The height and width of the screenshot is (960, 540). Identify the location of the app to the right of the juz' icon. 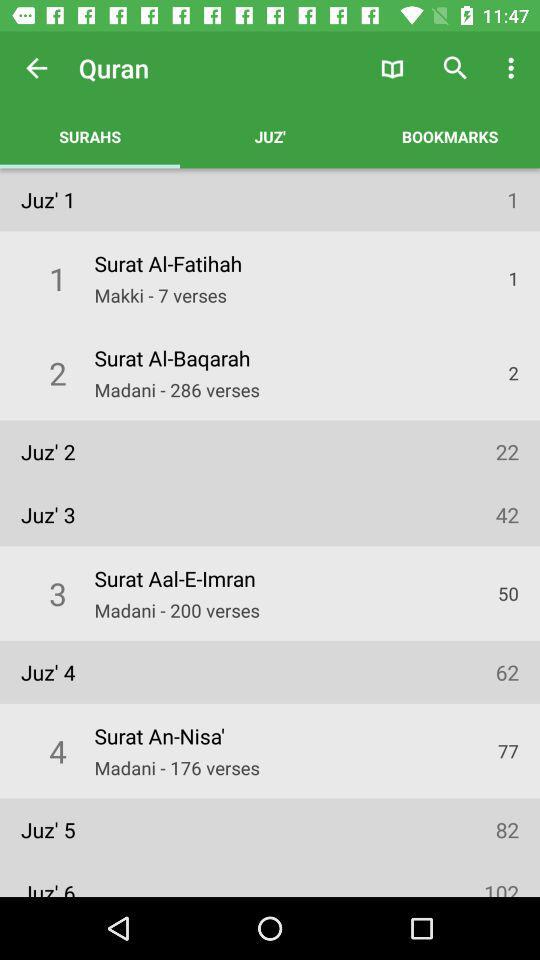
(449, 135).